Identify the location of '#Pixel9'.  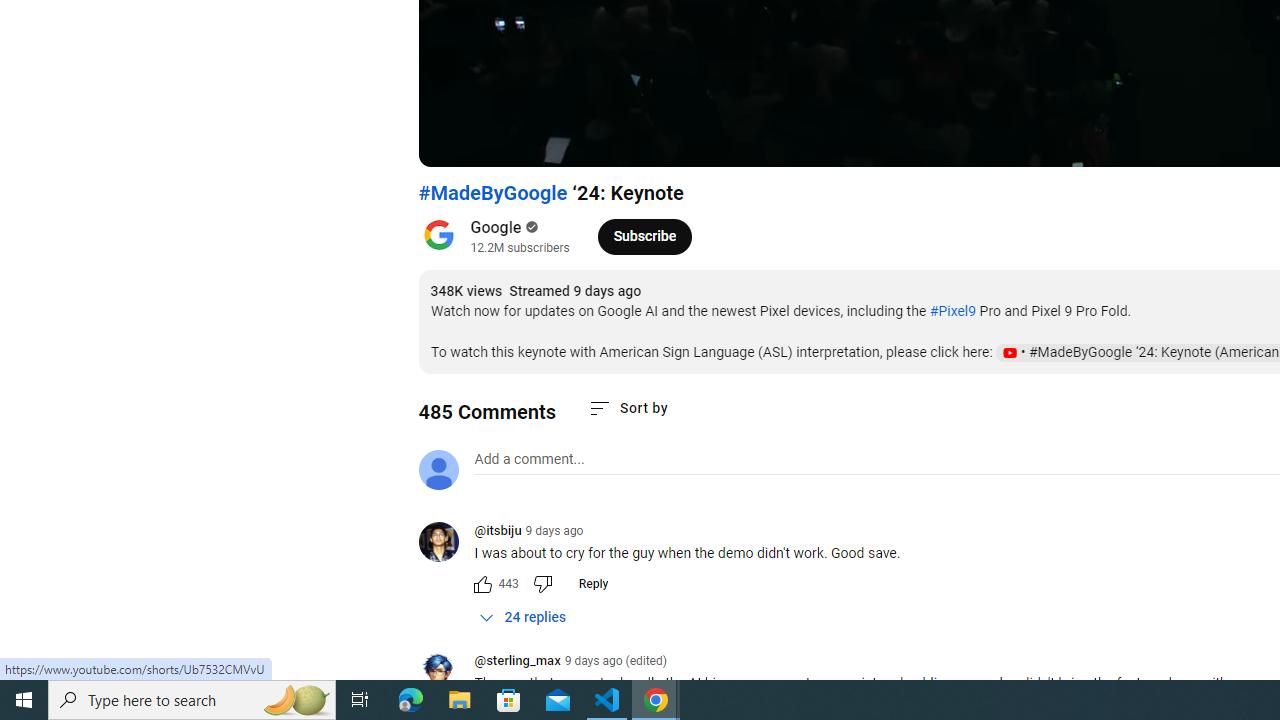
(951, 311).